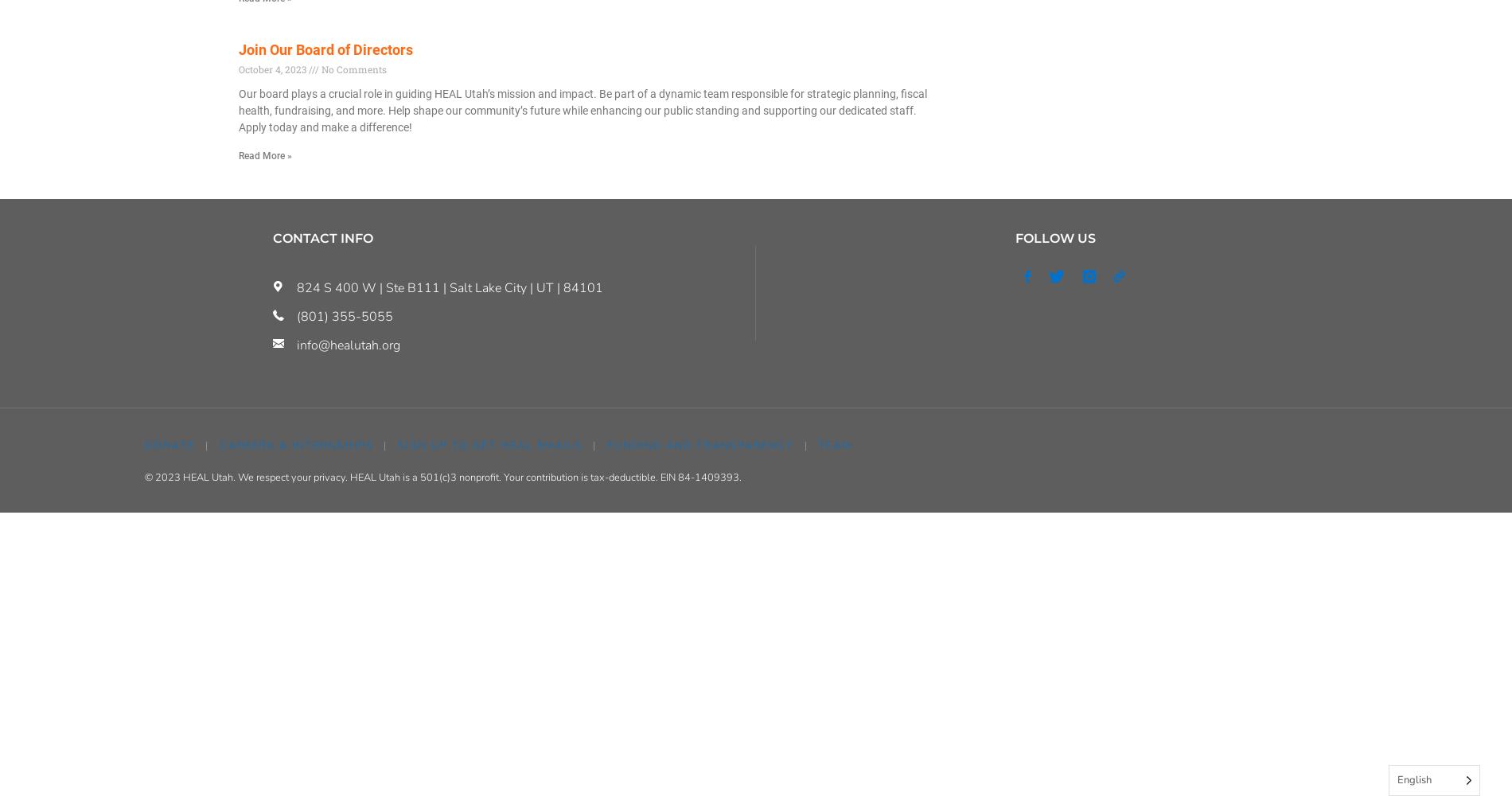 This screenshot has width=1512, height=796. What do you see at coordinates (343, 316) in the screenshot?
I see `'(801) 355-5055'` at bounding box center [343, 316].